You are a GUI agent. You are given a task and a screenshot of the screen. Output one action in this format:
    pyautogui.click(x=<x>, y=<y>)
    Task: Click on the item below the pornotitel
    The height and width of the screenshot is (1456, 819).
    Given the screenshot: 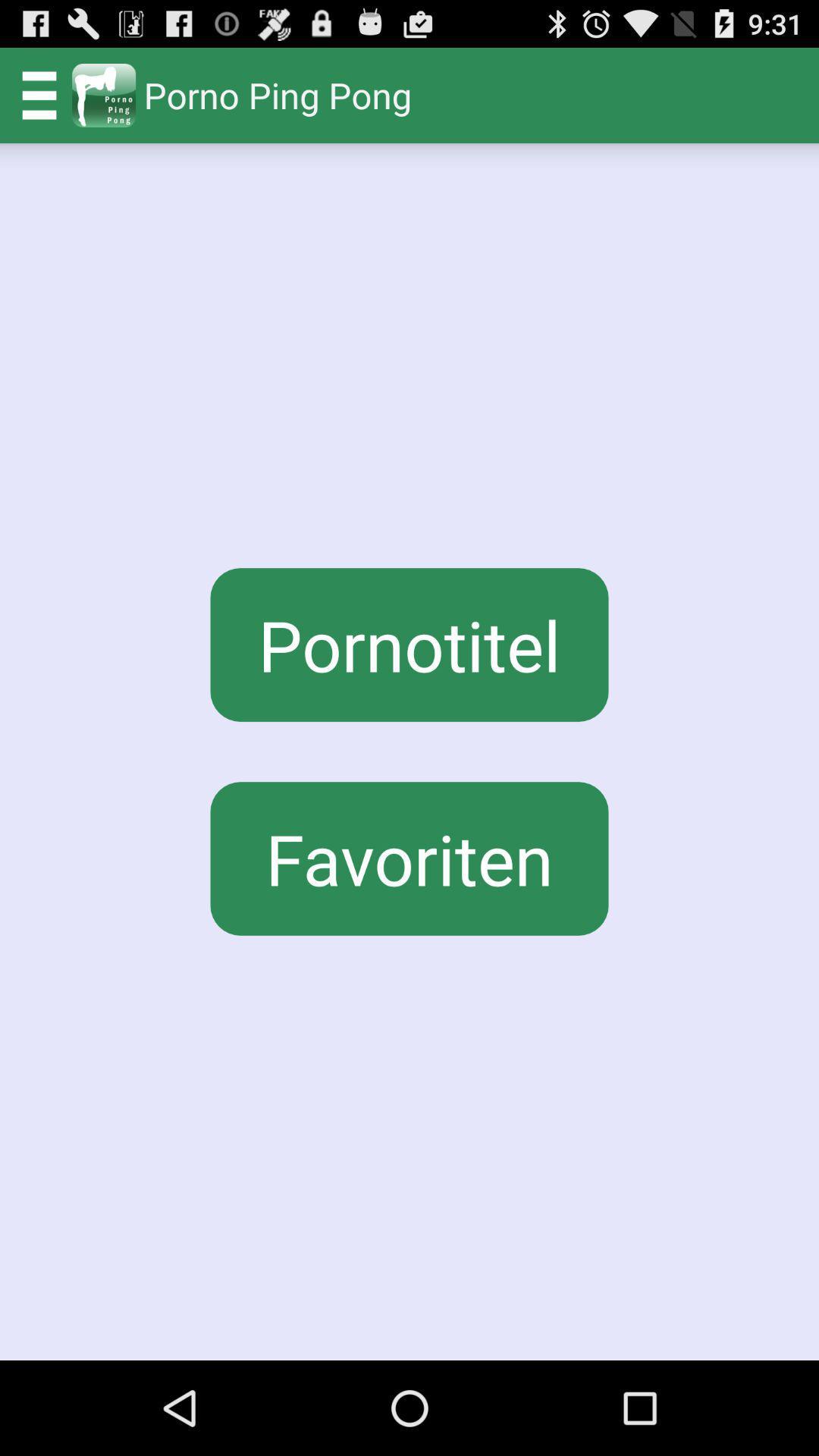 What is the action you would take?
    pyautogui.click(x=409, y=858)
    